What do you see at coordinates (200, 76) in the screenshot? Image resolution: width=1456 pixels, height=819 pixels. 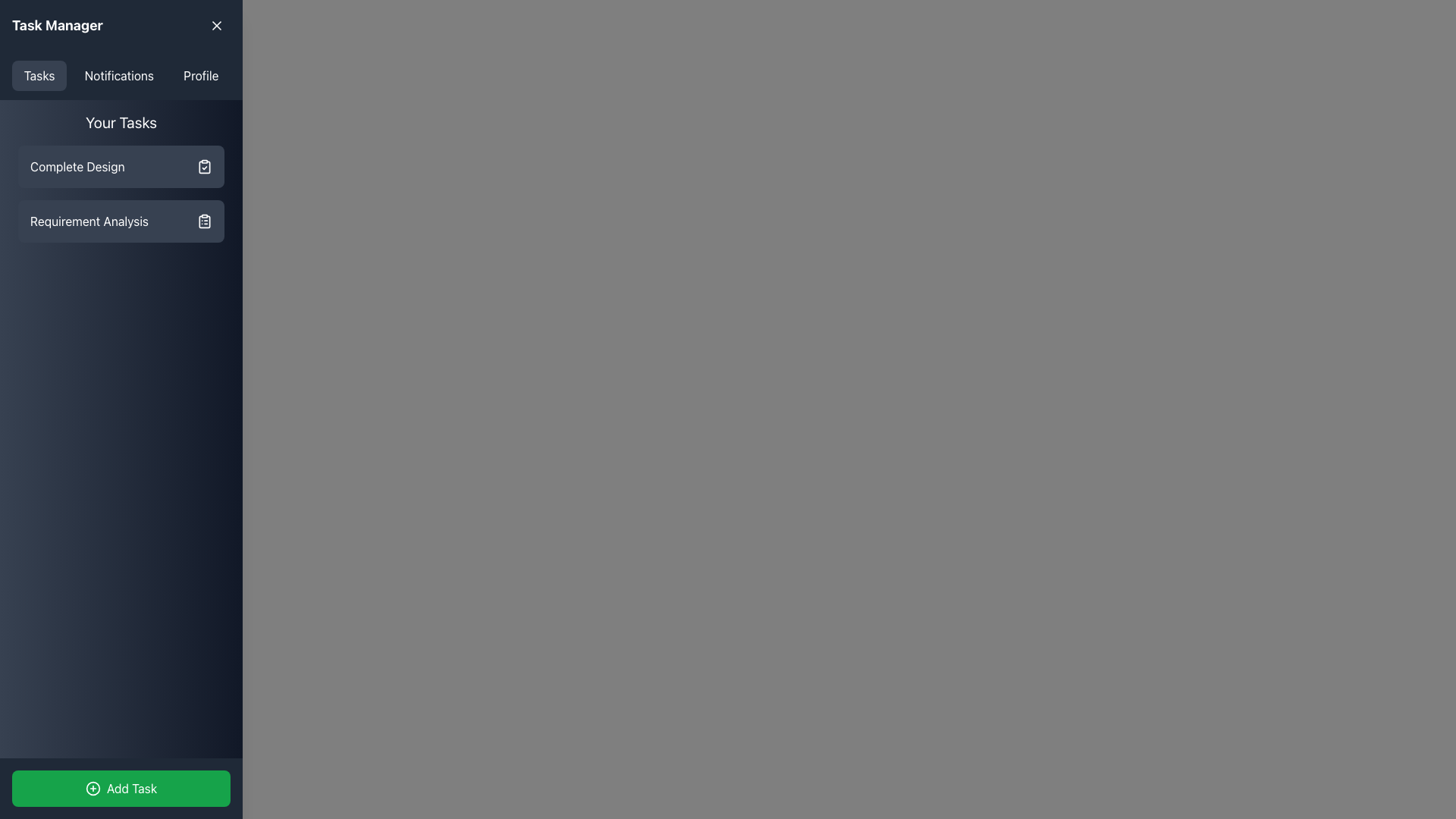 I see `the 'Profile' button, which is the third button in a horizontal group located below the 'Task Manager' title` at bounding box center [200, 76].